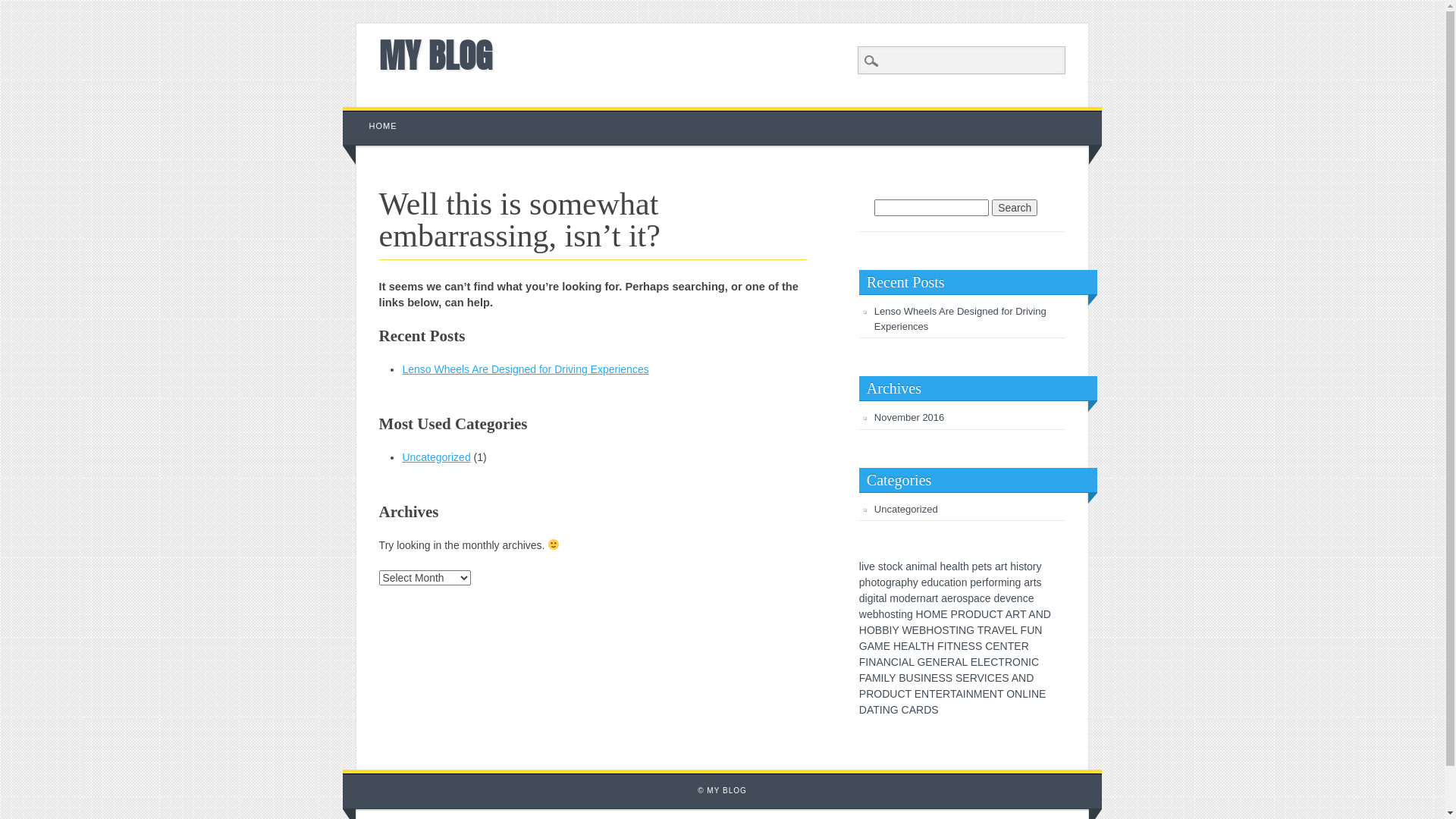  I want to click on 'C', so click(993, 614).